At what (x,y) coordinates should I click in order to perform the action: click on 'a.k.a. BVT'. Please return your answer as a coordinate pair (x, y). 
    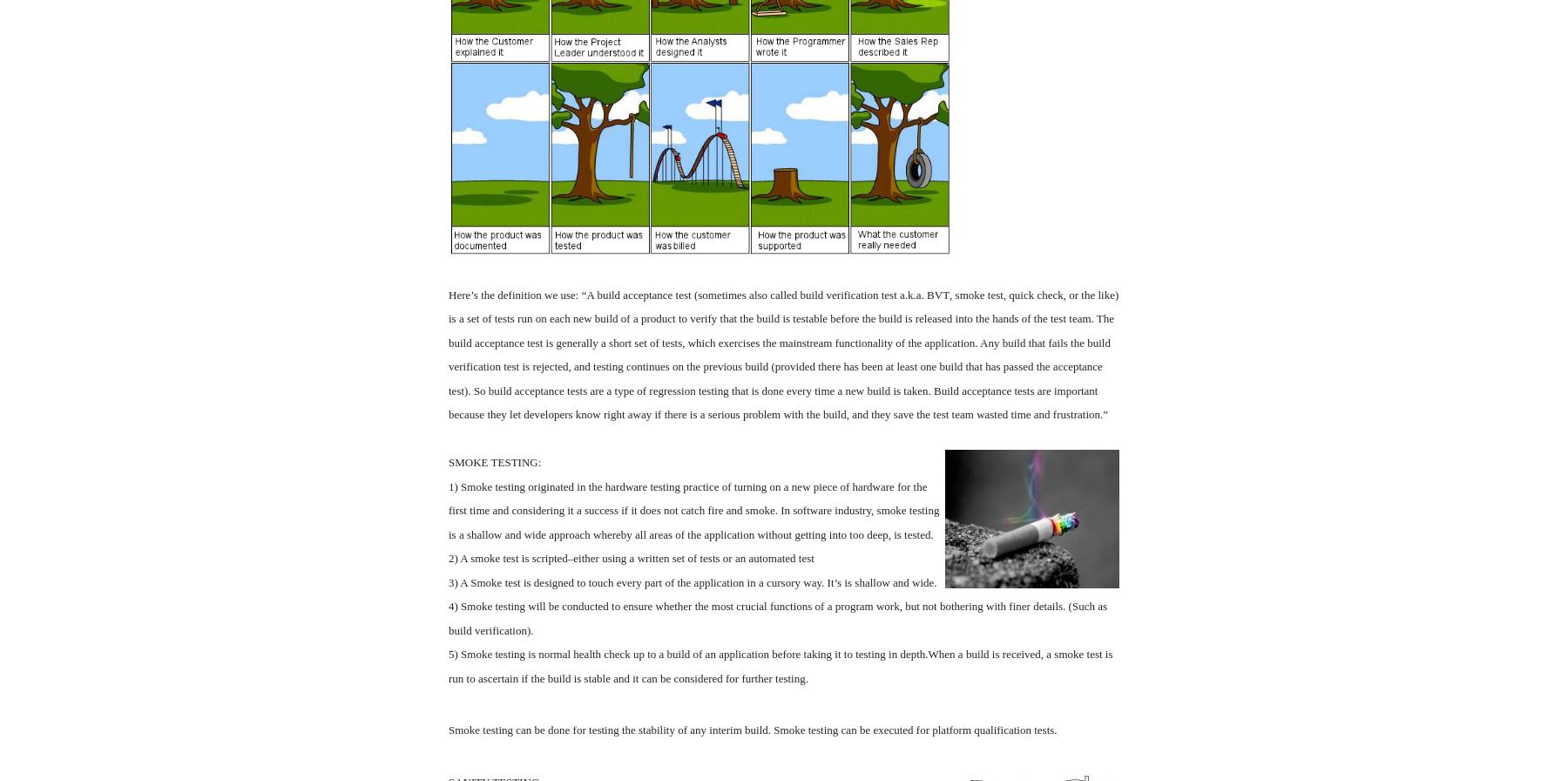
    Looking at the image, I should click on (923, 294).